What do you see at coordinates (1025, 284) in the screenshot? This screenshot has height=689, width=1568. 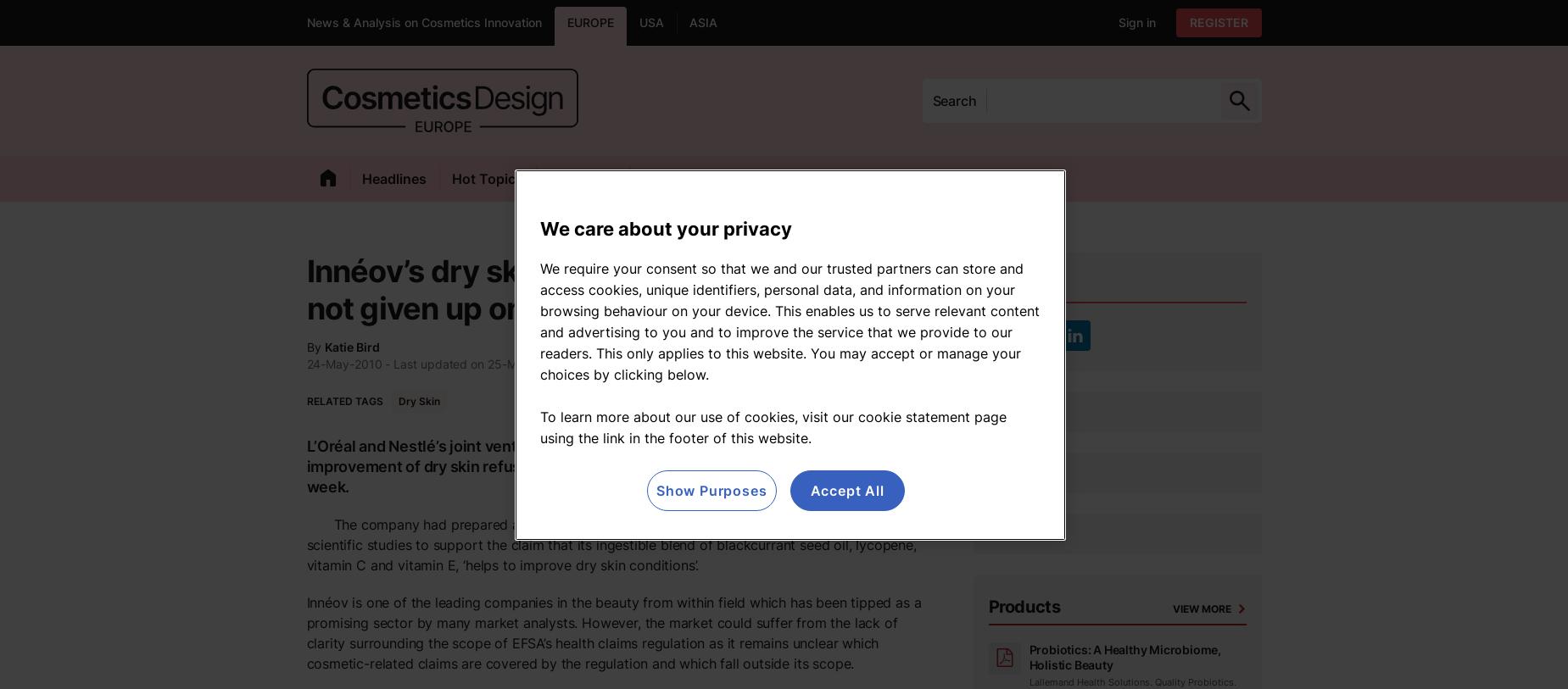 I see `'Follow us'` at bounding box center [1025, 284].